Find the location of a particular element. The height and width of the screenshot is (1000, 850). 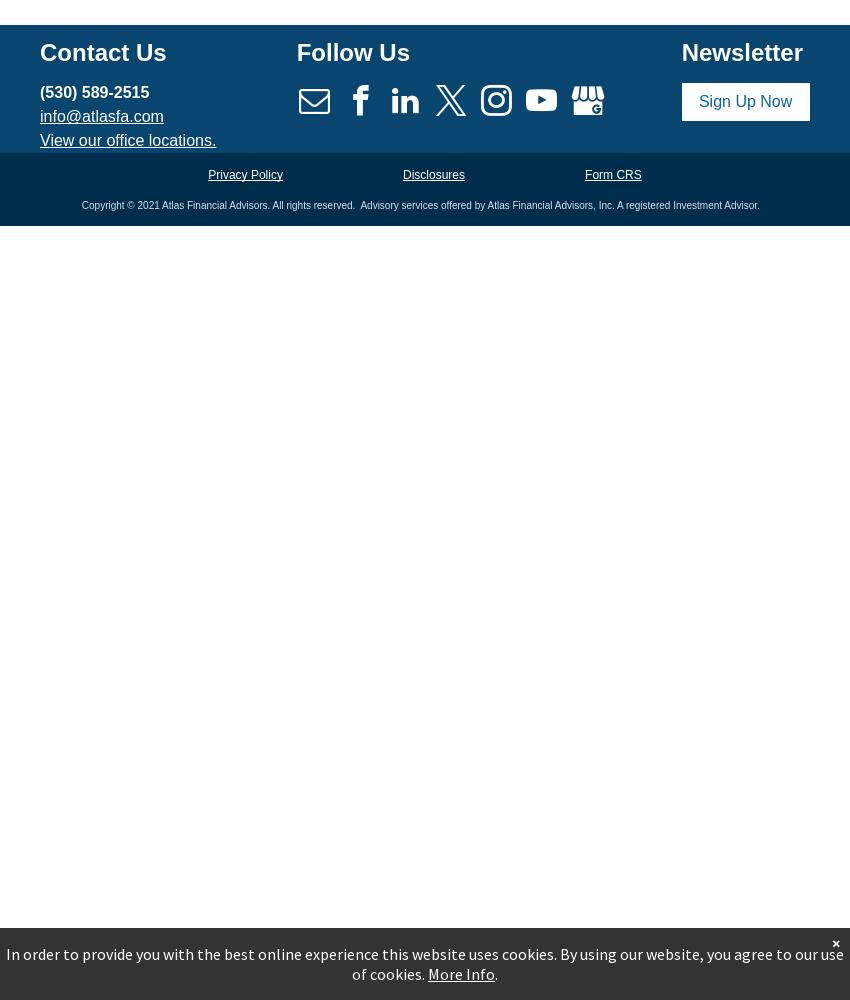

'In order to provide you with the best online experience this website uses cookies. By using our website, you agree to our use of cookies.' is located at coordinates (5, 963).